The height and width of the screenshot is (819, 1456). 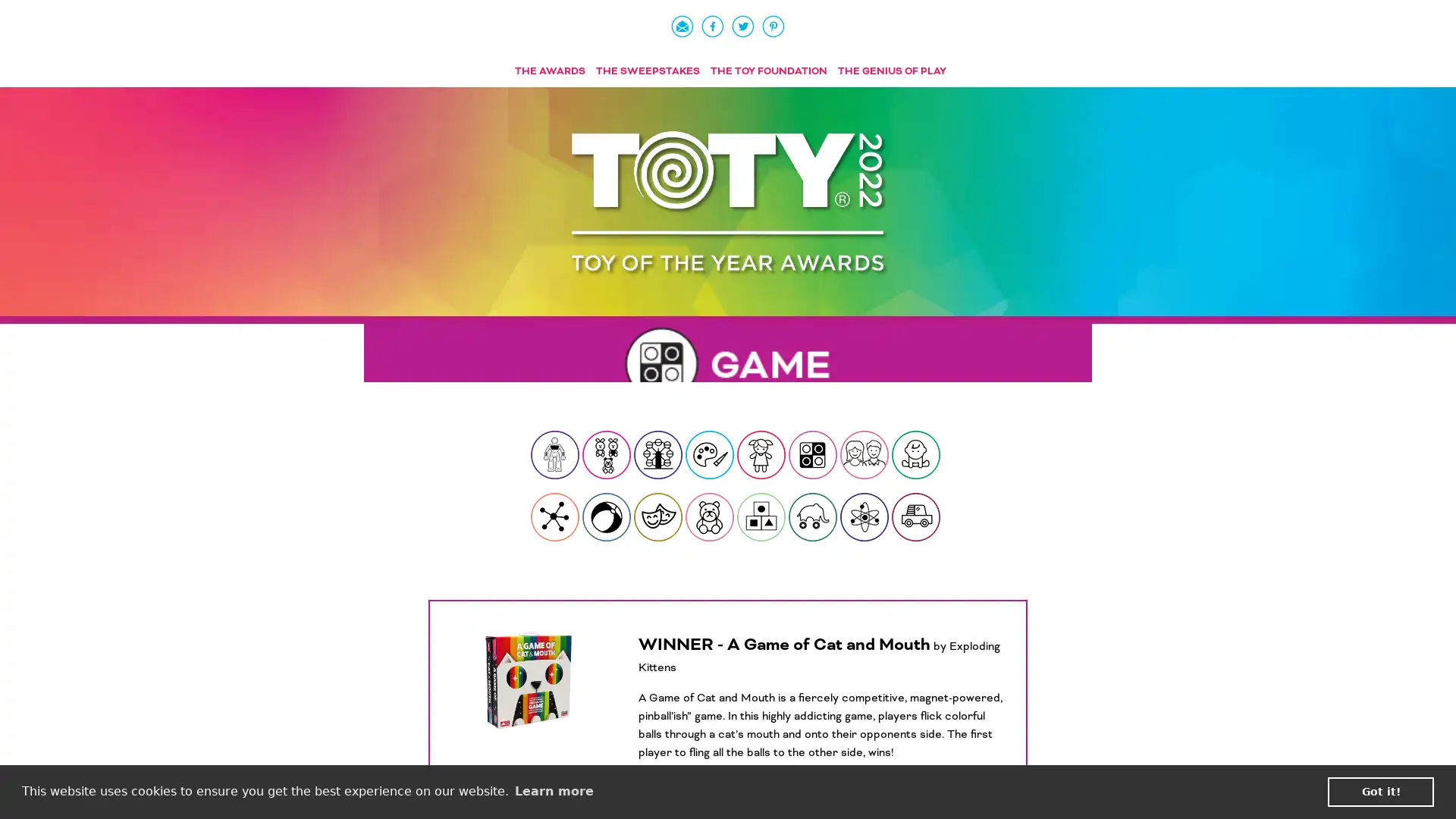 I want to click on Submit, so click(x=761, y=516).